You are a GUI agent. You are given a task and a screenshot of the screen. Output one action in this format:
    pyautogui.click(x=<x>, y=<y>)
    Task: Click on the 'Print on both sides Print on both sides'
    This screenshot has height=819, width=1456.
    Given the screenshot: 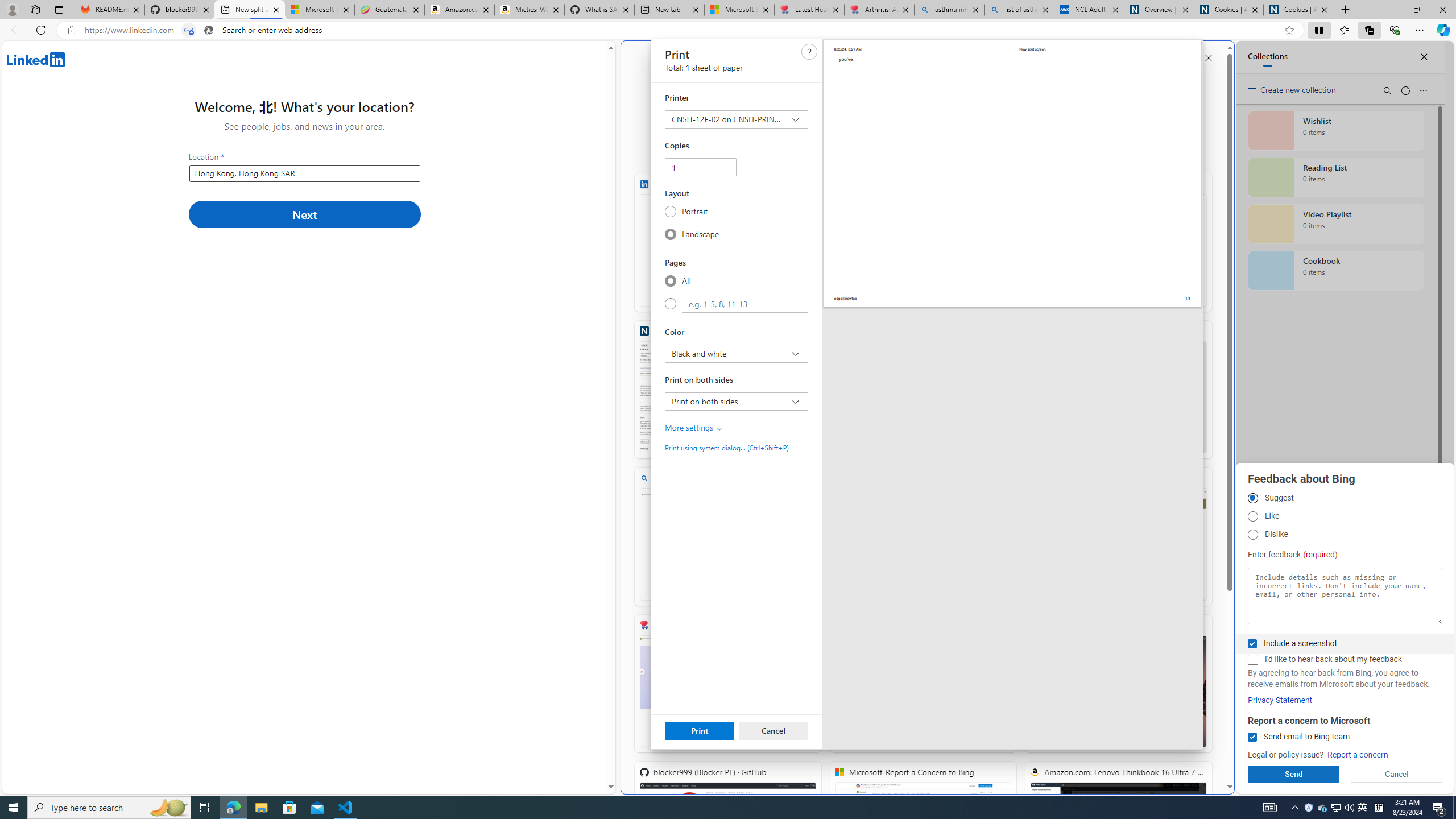 What is the action you would take?
    pyautogui.click(x=737, y=400)
    